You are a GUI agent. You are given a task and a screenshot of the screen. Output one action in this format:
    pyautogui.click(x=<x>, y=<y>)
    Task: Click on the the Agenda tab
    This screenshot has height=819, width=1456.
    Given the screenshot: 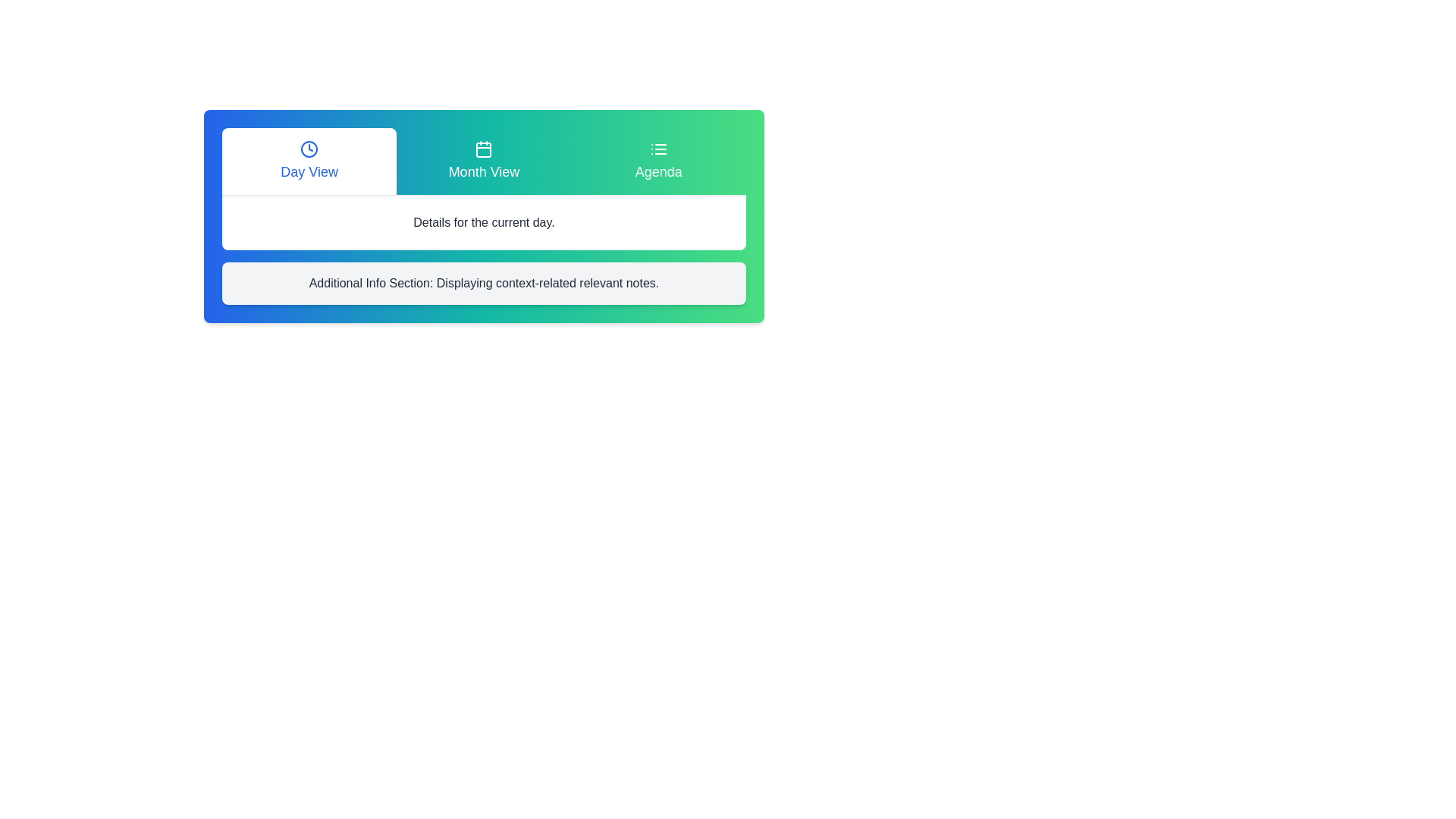 What is the action you would take?
    pyautogui.click(x=658, y=161)
    